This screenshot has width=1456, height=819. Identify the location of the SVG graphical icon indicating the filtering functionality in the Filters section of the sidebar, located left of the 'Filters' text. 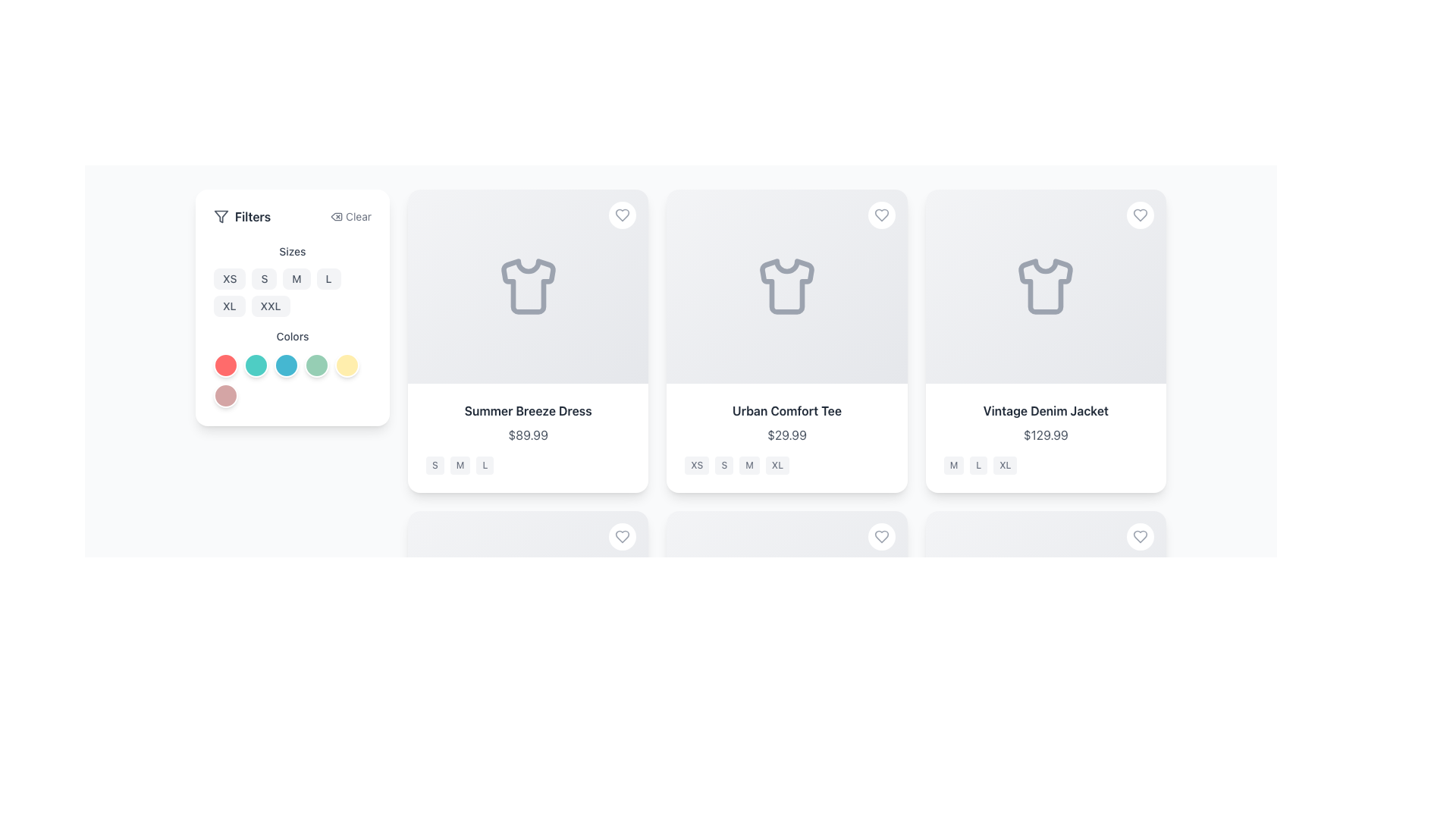
(221, 216).